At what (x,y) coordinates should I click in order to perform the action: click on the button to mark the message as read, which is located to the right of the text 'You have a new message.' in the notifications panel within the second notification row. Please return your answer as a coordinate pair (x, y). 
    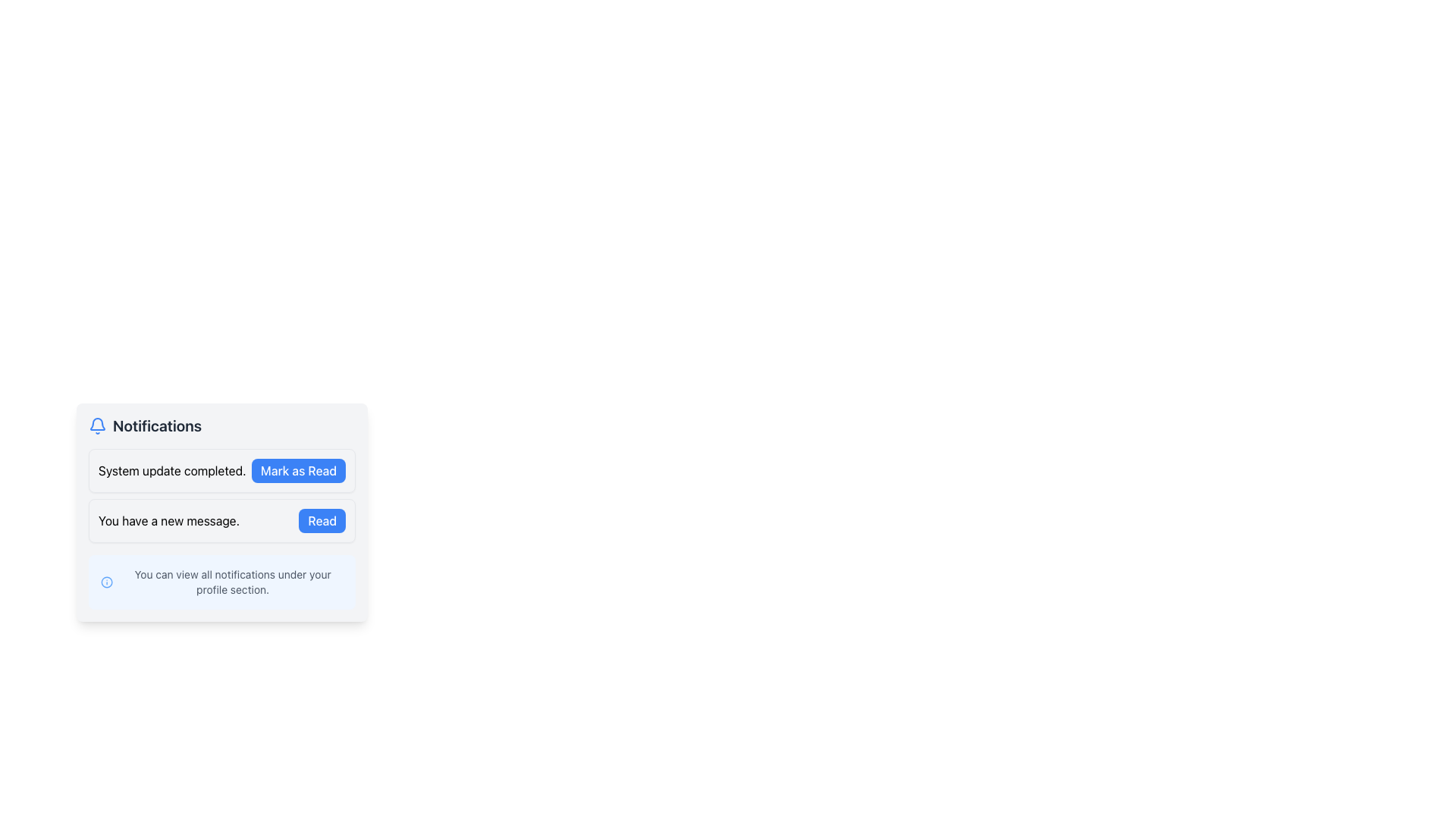
    Looking at the image, I should click on (322, 519).